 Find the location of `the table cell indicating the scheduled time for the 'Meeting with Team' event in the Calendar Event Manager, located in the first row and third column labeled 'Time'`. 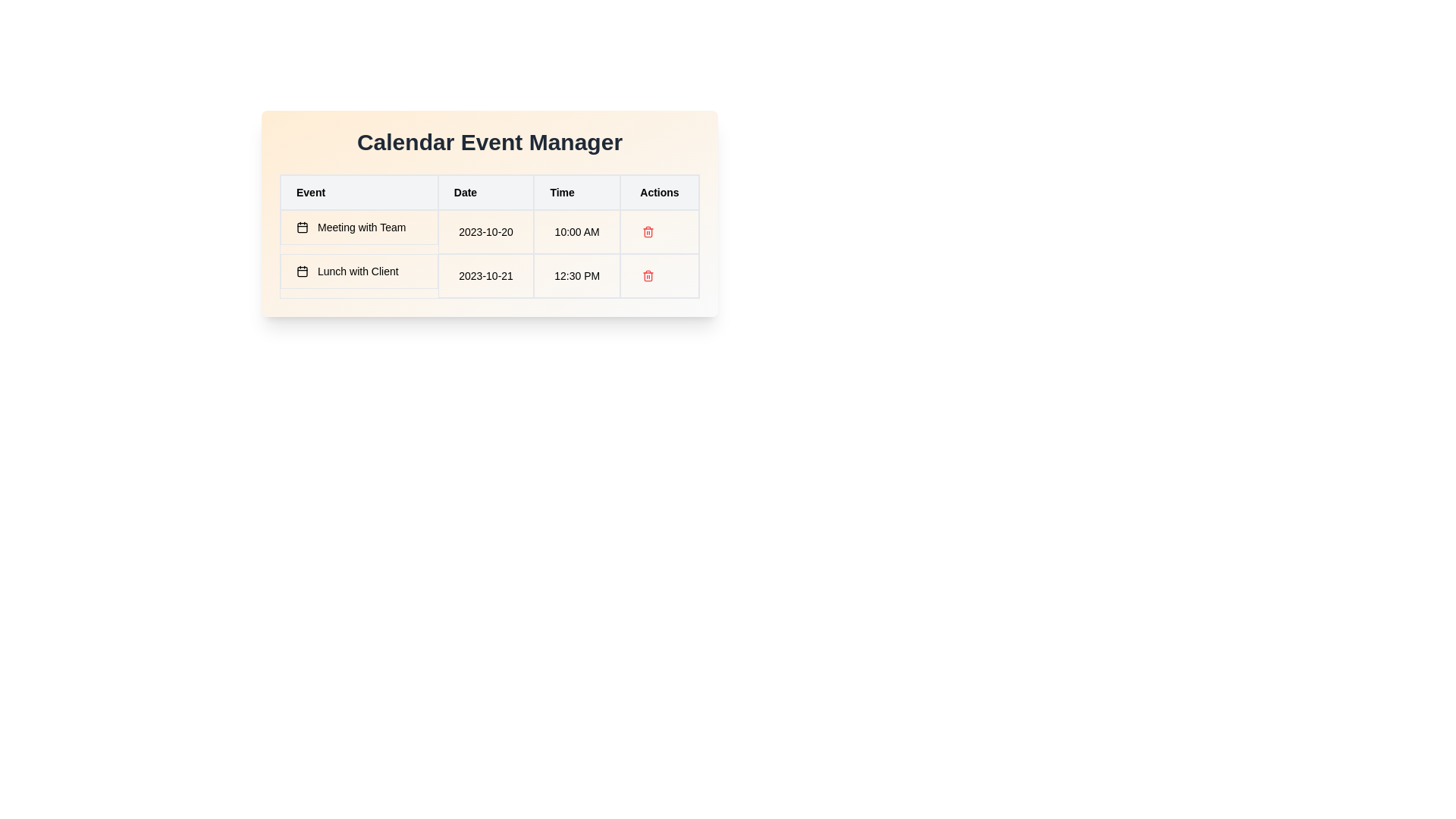

the table cell indicating the scheduled time for the 'Meeting with Team' event in the Calendar Event Manager, located in the first row and third column labeled 'Time' is located at coordinates (576, 231).